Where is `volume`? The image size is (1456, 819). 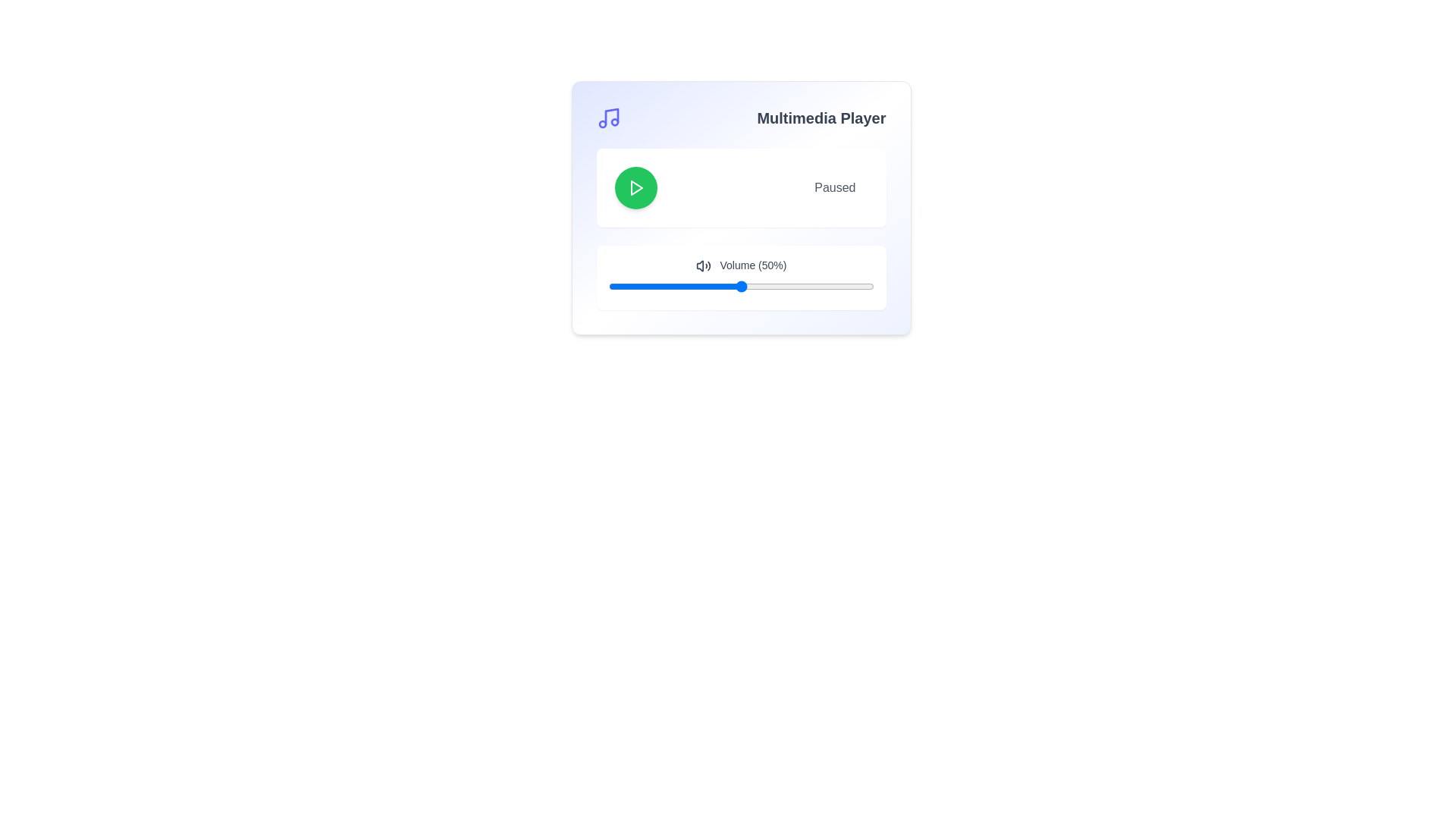 volume is located at coordinates (814, 287).